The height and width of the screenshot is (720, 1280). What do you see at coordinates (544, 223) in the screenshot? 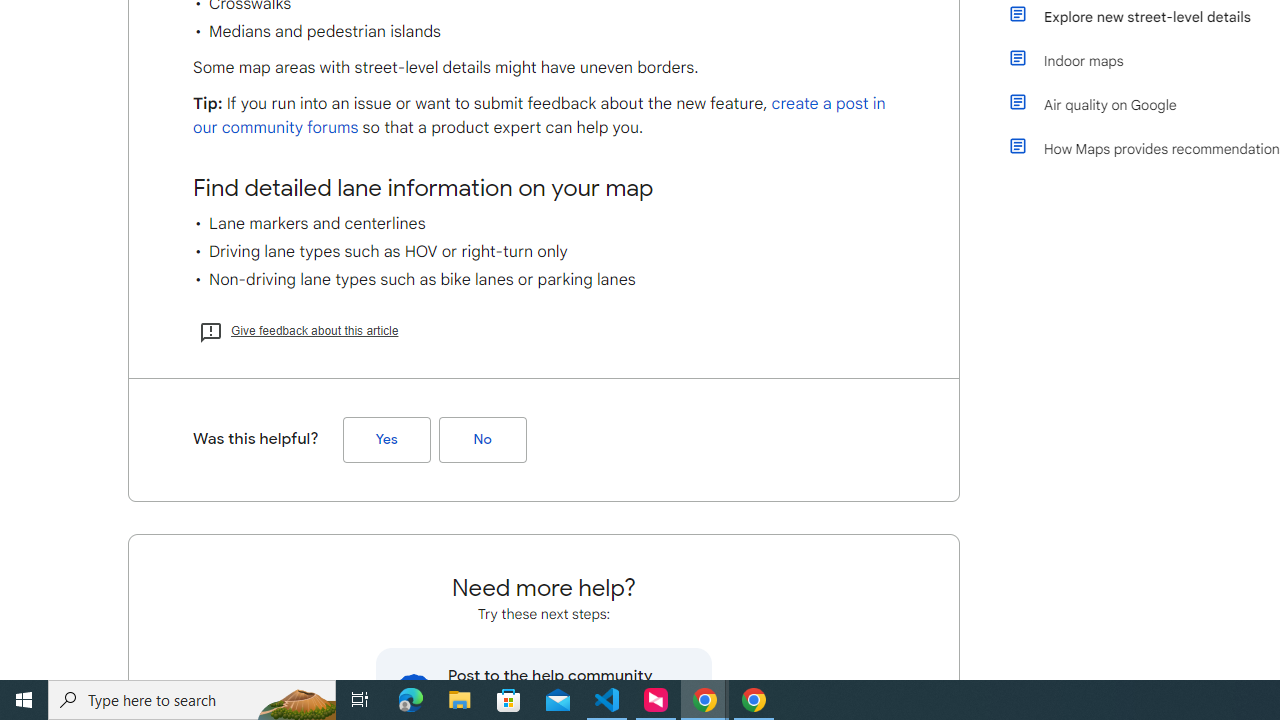
I see `'Lane markers and centerlines'` at bounding box center [544, 223].